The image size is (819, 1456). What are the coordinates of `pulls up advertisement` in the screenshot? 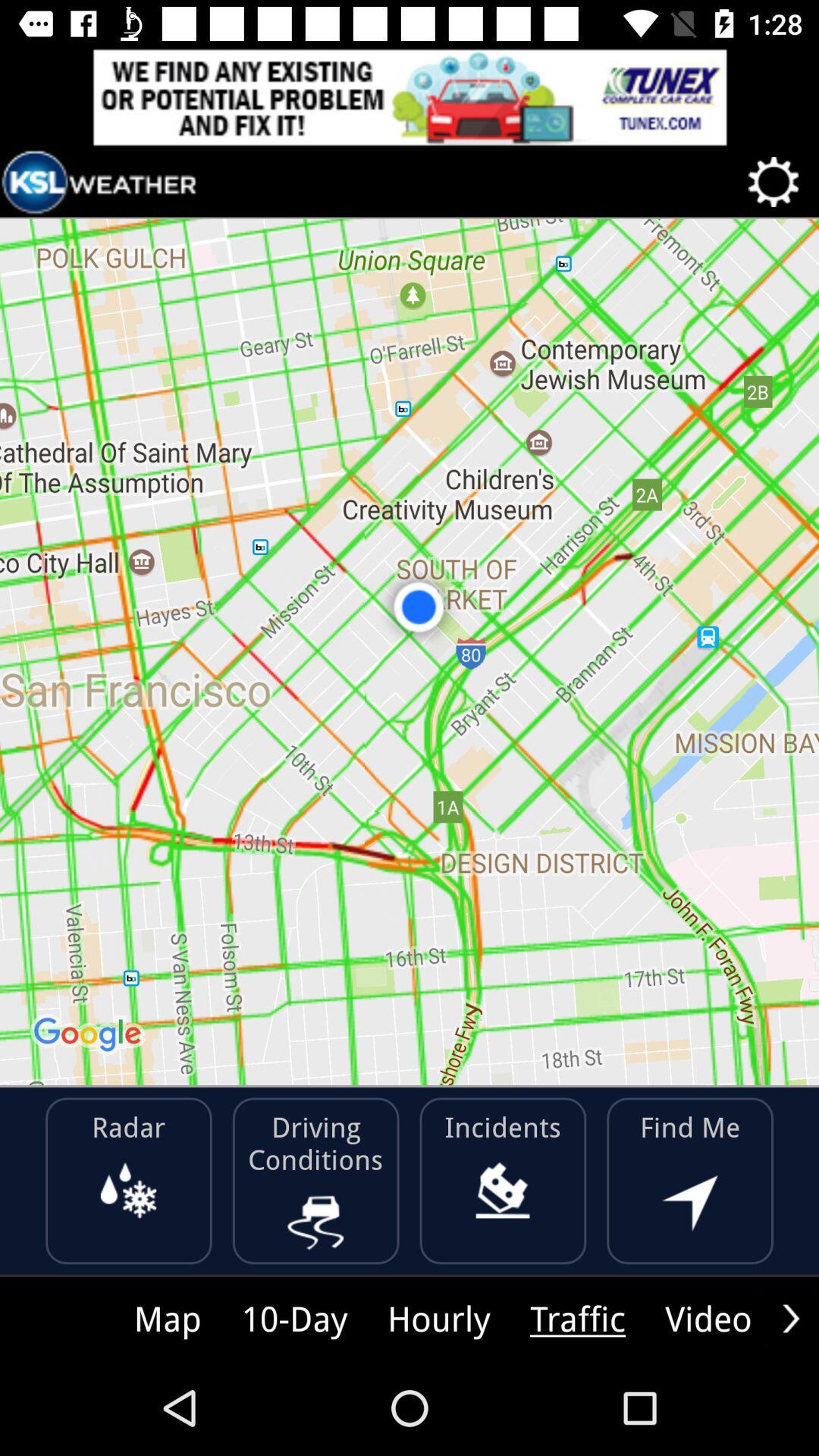 It's located at (409, 96).